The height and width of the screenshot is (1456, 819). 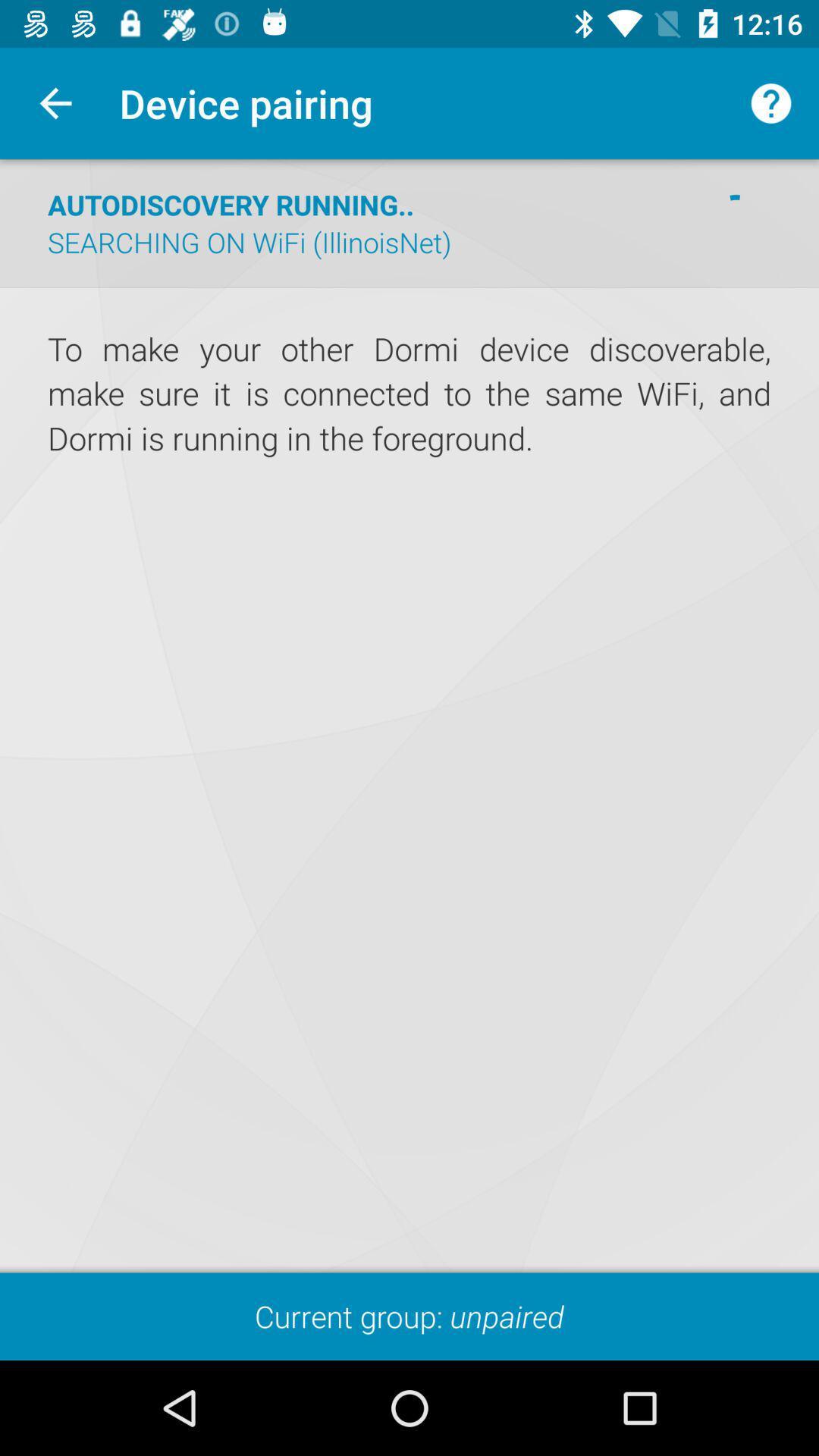 What do you see at coordinates (55, 102) in the screenshot?
I see `the app next to device pairing item` at bounding box center [55, 102].